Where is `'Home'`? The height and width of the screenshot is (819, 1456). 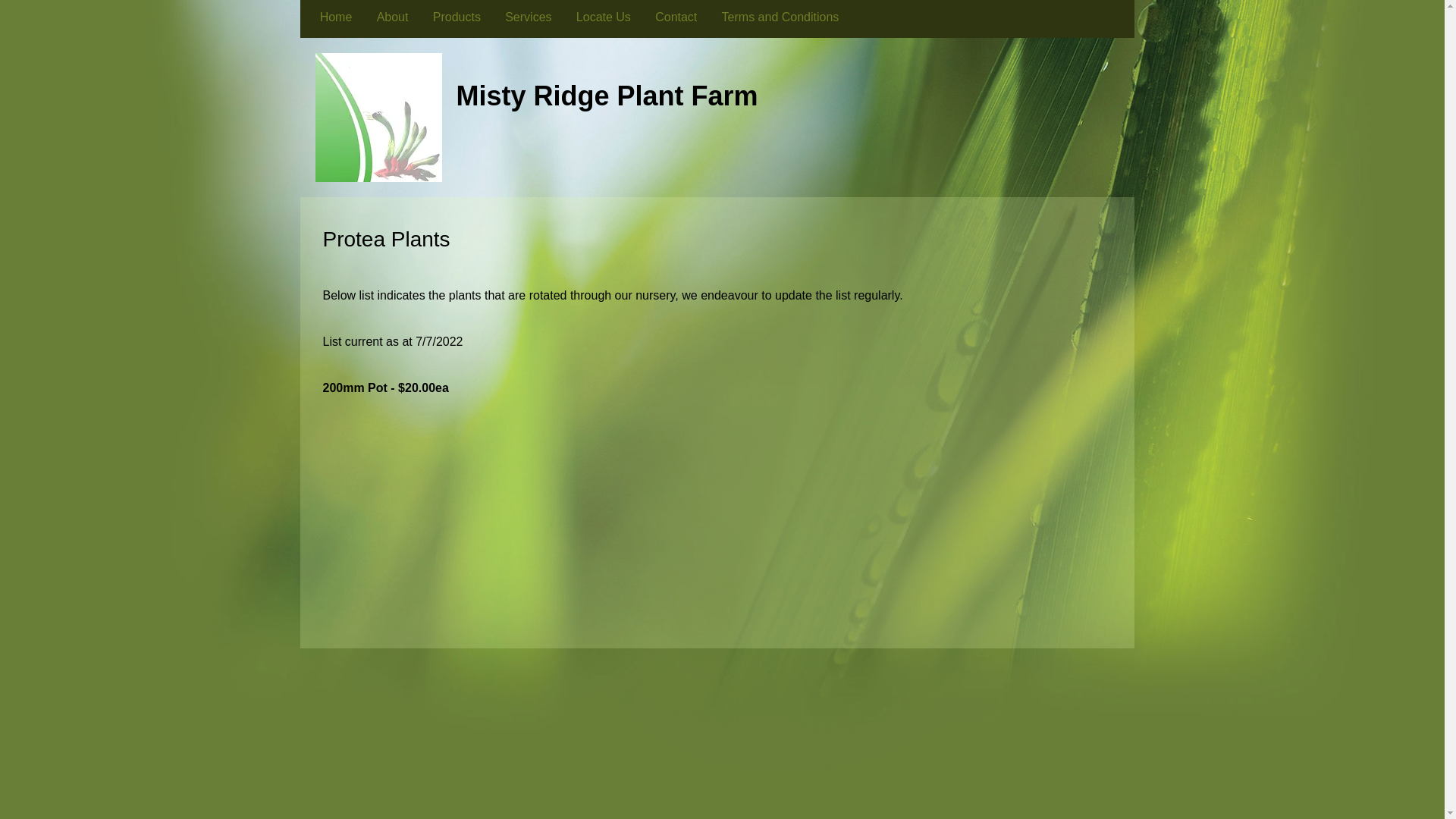 'Home' is located at coordinates (335, 17).